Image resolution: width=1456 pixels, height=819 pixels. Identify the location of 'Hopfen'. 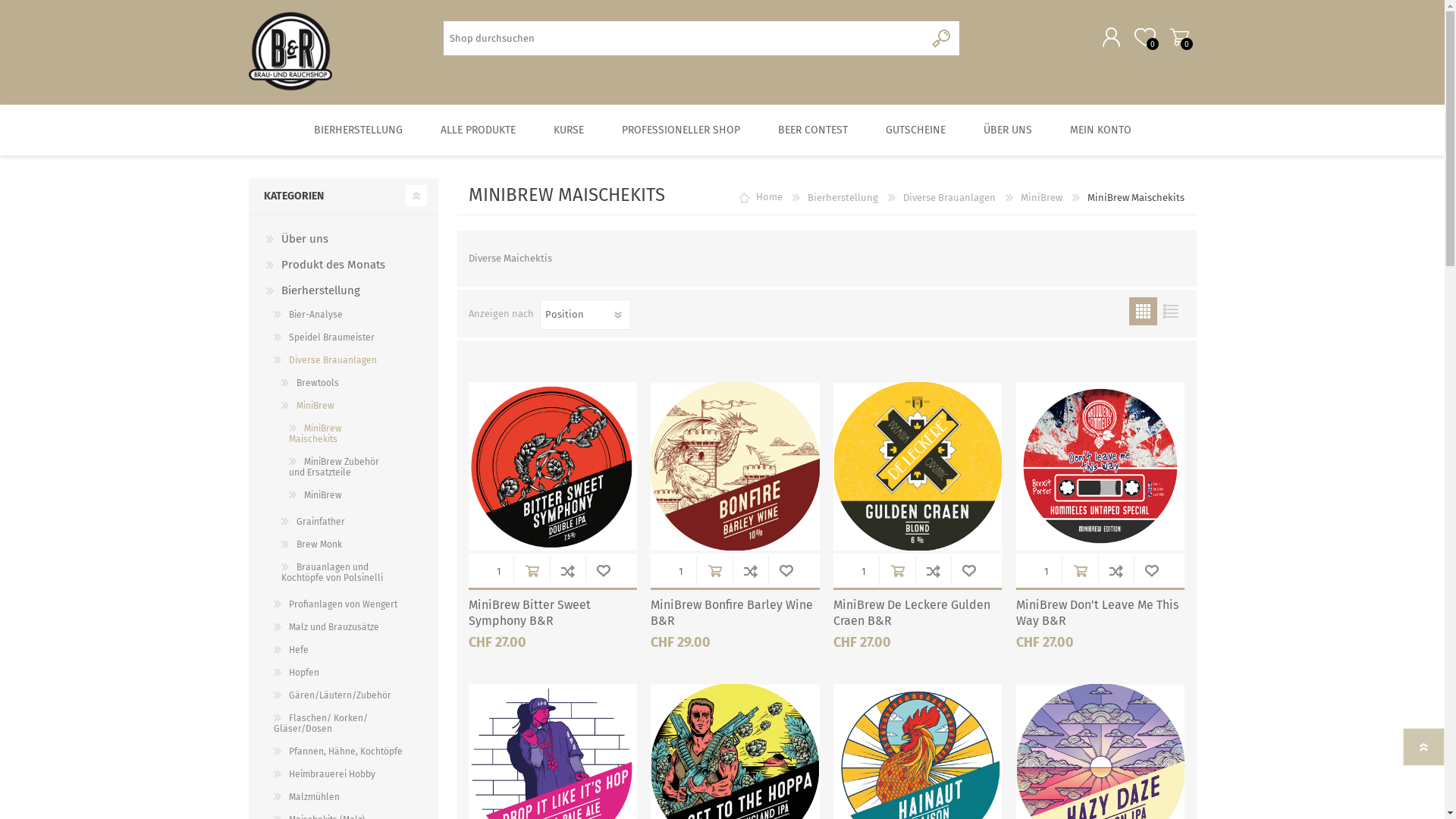
(271, 672).